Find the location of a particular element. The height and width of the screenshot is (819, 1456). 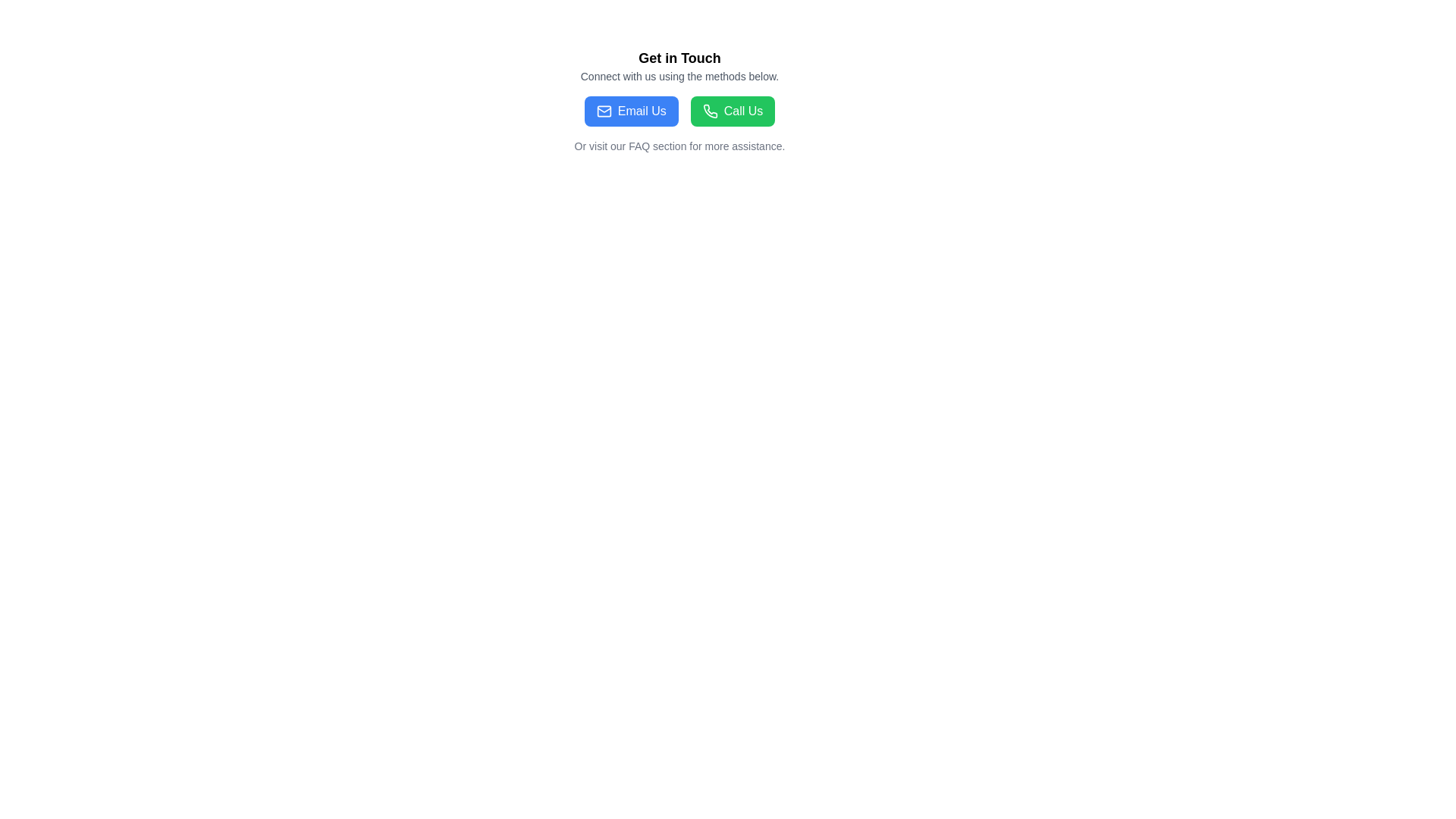

the call-to-action button located to the right of the 'Email Us' button is located at coordinates (733, 110).